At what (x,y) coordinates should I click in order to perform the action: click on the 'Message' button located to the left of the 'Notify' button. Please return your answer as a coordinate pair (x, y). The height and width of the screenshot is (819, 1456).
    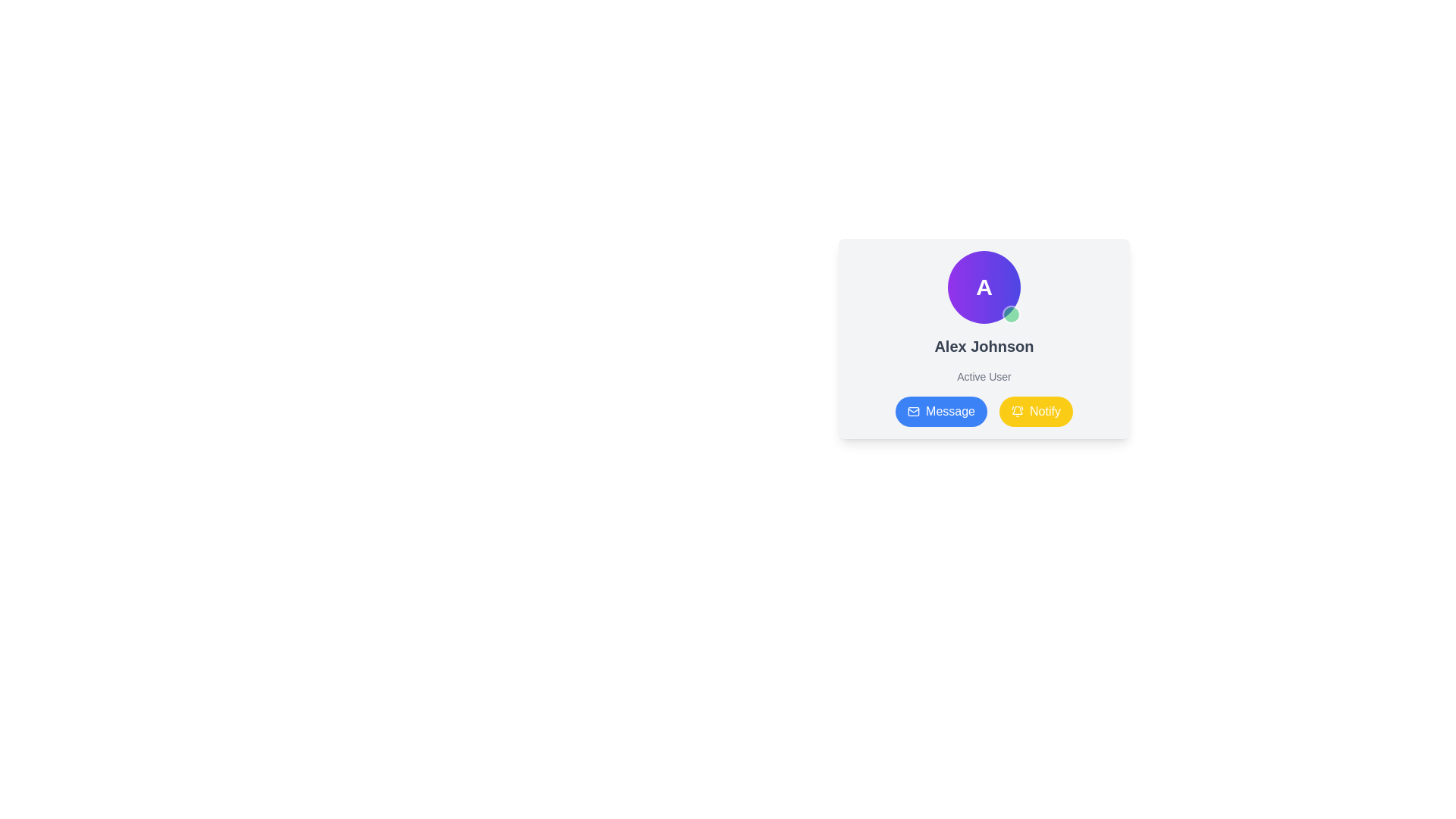
    Looking at the image, I should click on (940, 412).